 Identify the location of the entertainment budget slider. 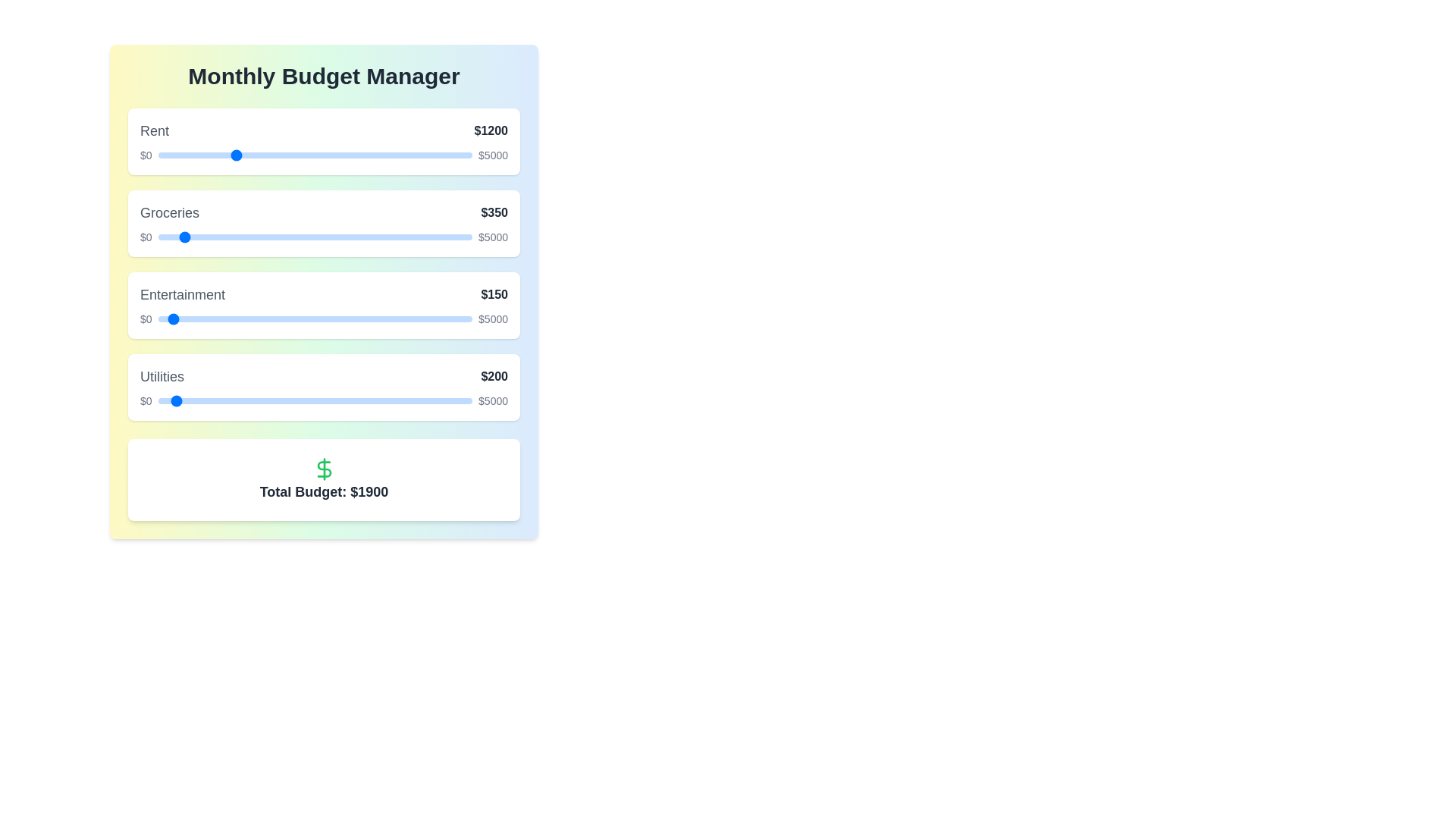
(293, 318).